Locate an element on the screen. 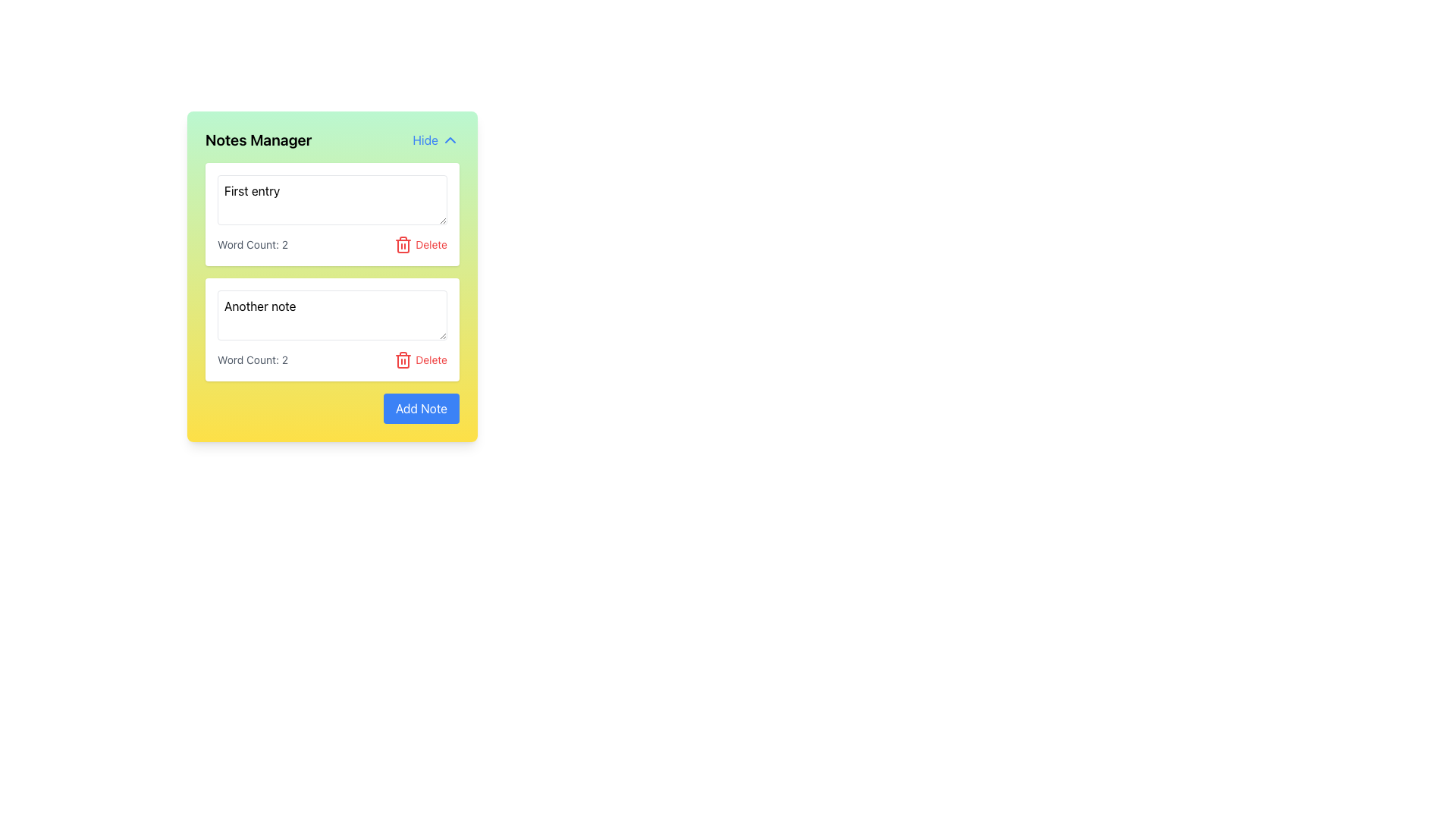 This screenshot has width=1456, height=819. the toggle button located in the top right corner of the 'Notes Manager' section is located at coordinates (435, 140).